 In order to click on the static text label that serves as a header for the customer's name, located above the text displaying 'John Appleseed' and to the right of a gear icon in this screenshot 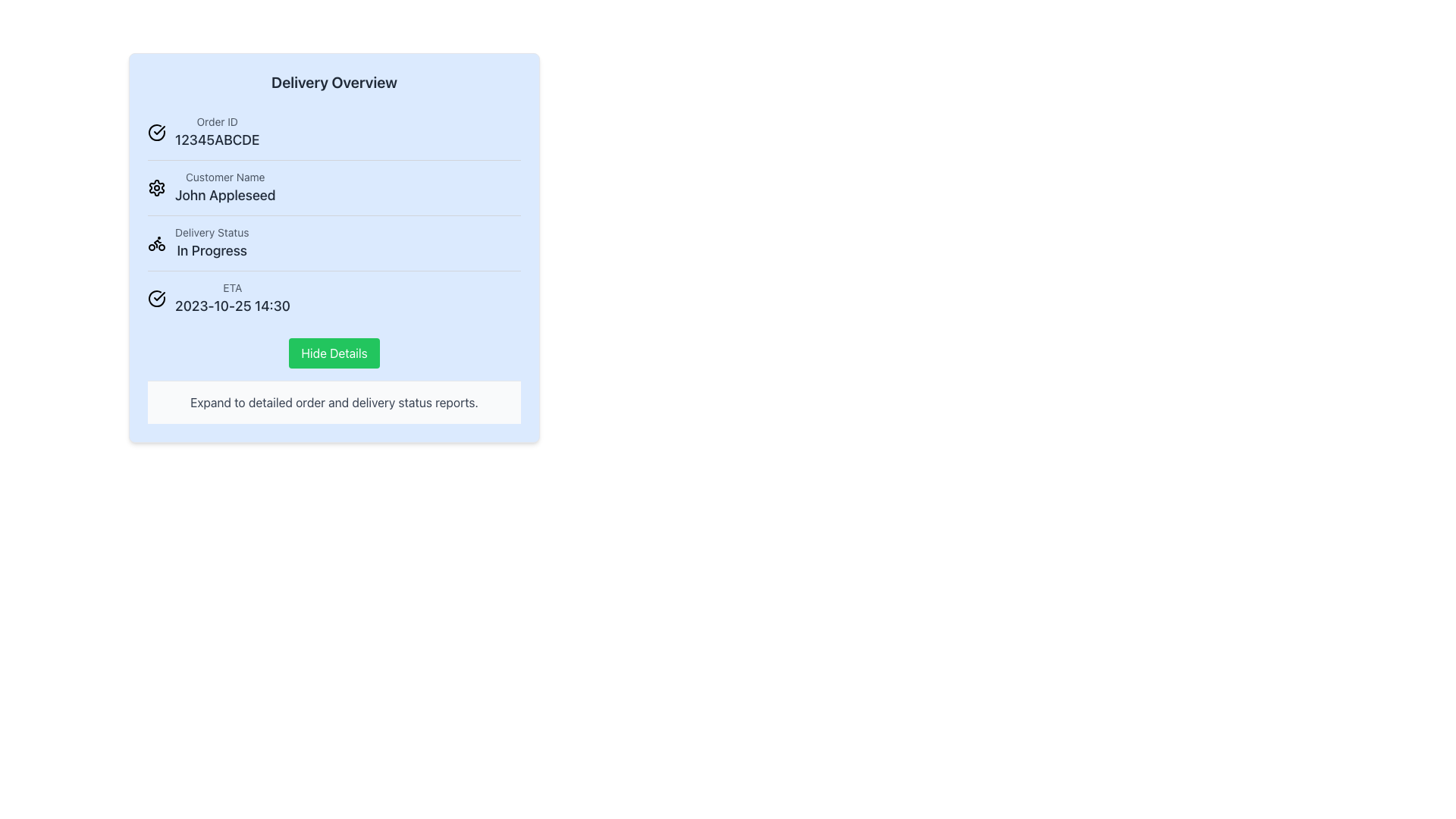, I will do `click(224, 177)`.